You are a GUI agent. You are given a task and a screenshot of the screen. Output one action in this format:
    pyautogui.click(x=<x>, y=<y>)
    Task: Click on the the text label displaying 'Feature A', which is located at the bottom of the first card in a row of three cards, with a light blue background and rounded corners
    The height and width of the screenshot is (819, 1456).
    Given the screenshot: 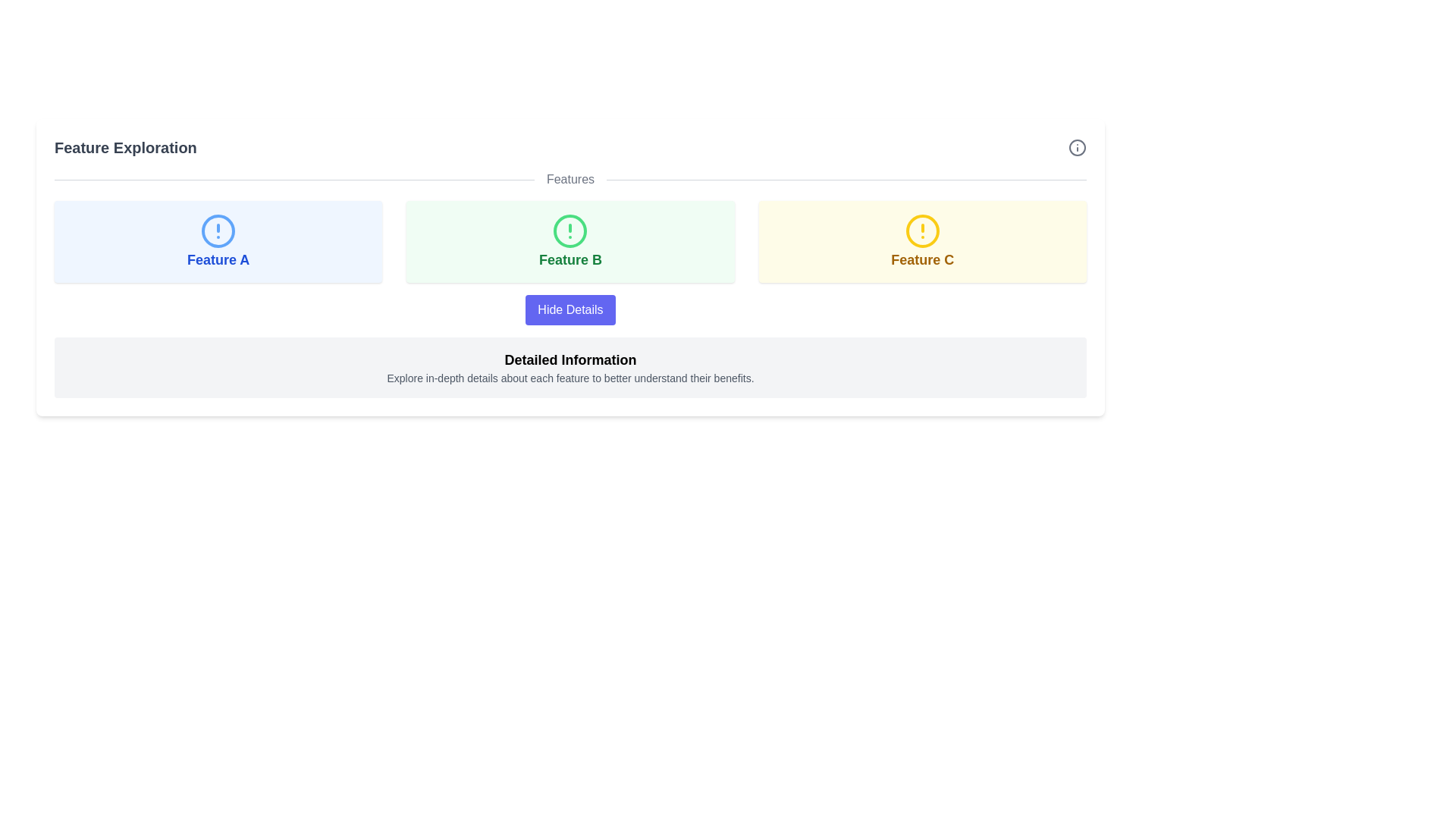 What is the action you would take?
    pyautogui.click(x=218, y=259)
    